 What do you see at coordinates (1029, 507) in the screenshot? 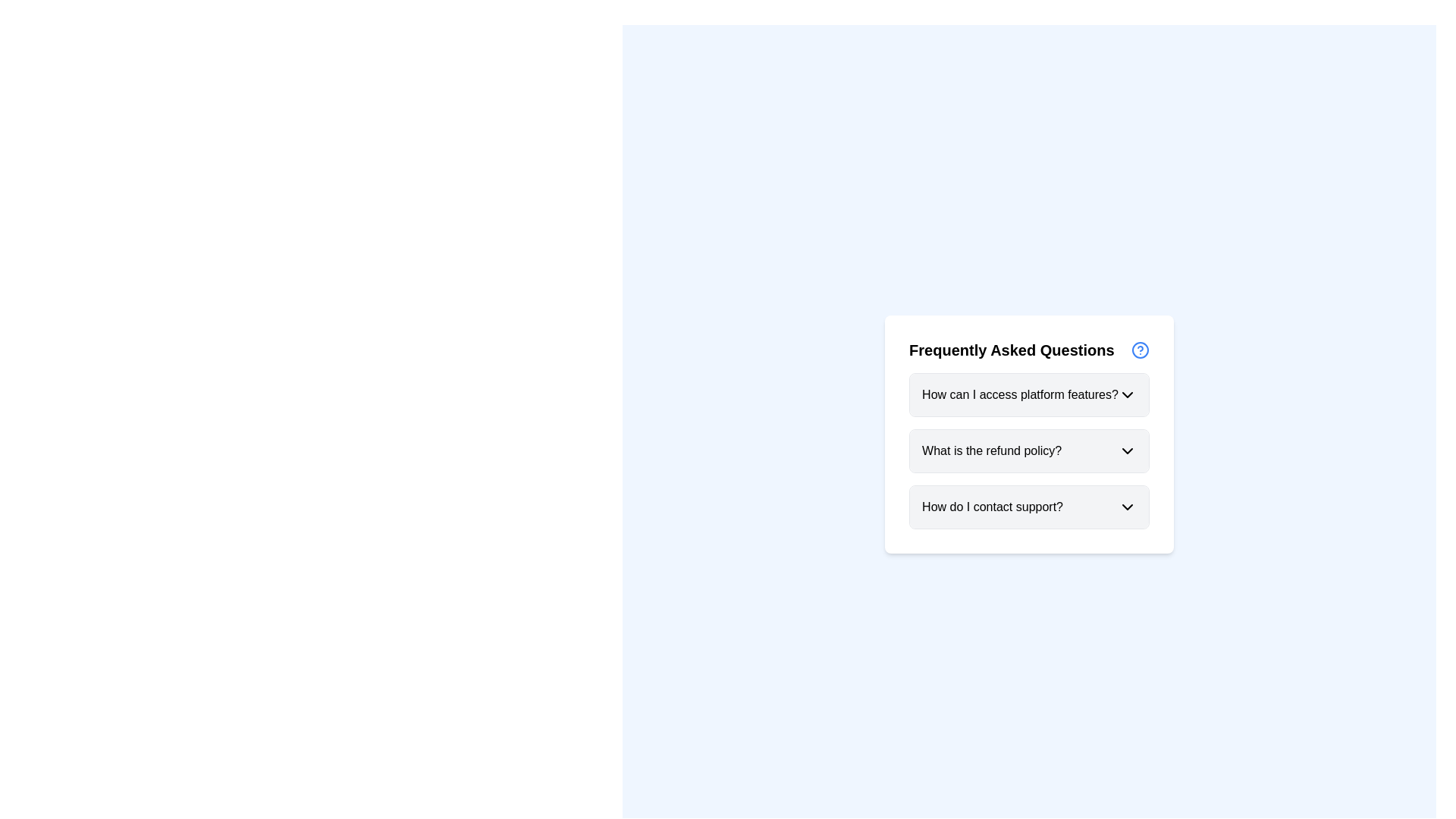
I see `the third collapsible item in the FAQ section to observe the style change when interacted with` at bounding box center [1029, 507].